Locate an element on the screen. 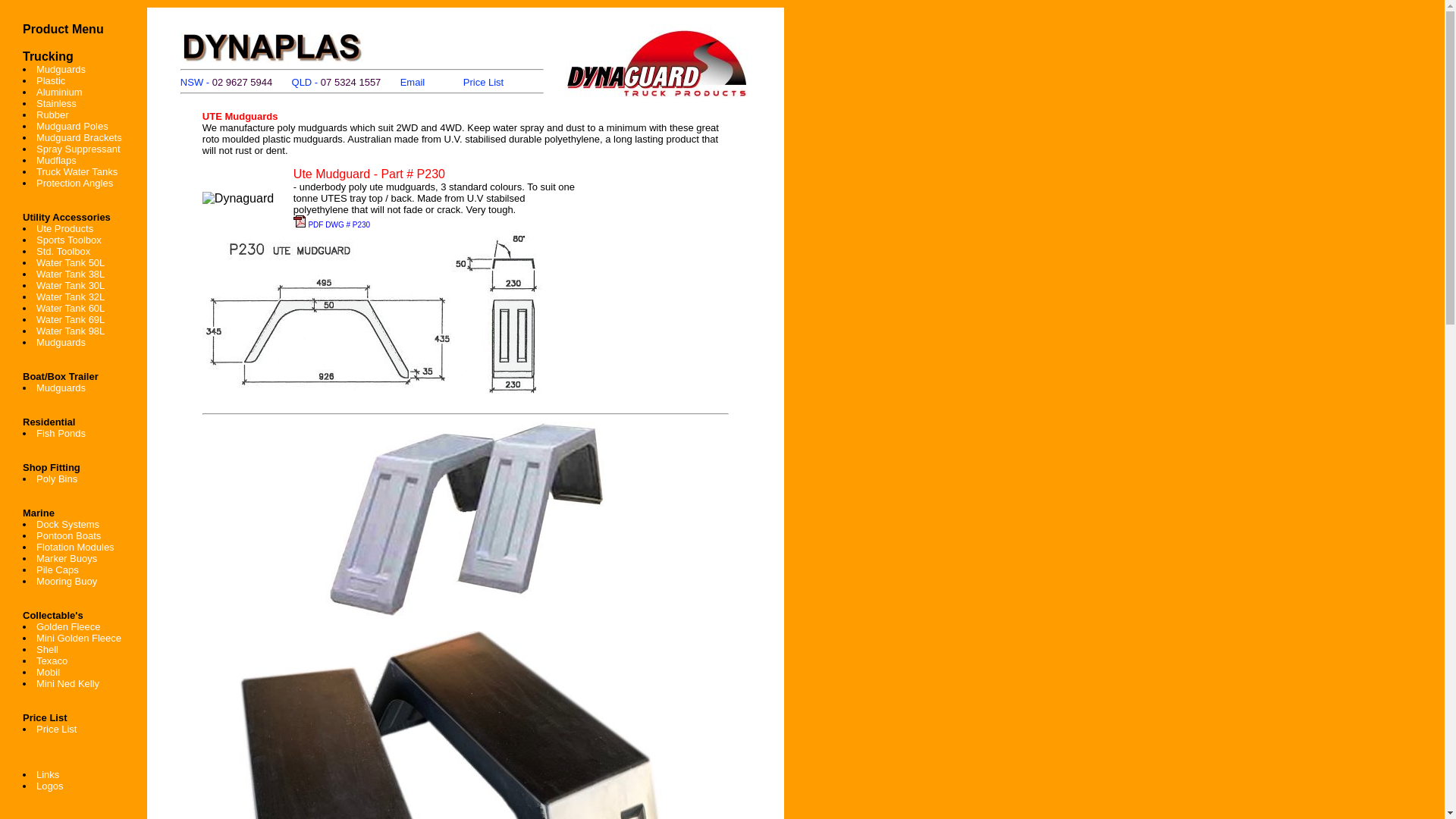 The width and height of the screenshot is (1456, 819). 'Price List' is located at coordinates (56, 728).